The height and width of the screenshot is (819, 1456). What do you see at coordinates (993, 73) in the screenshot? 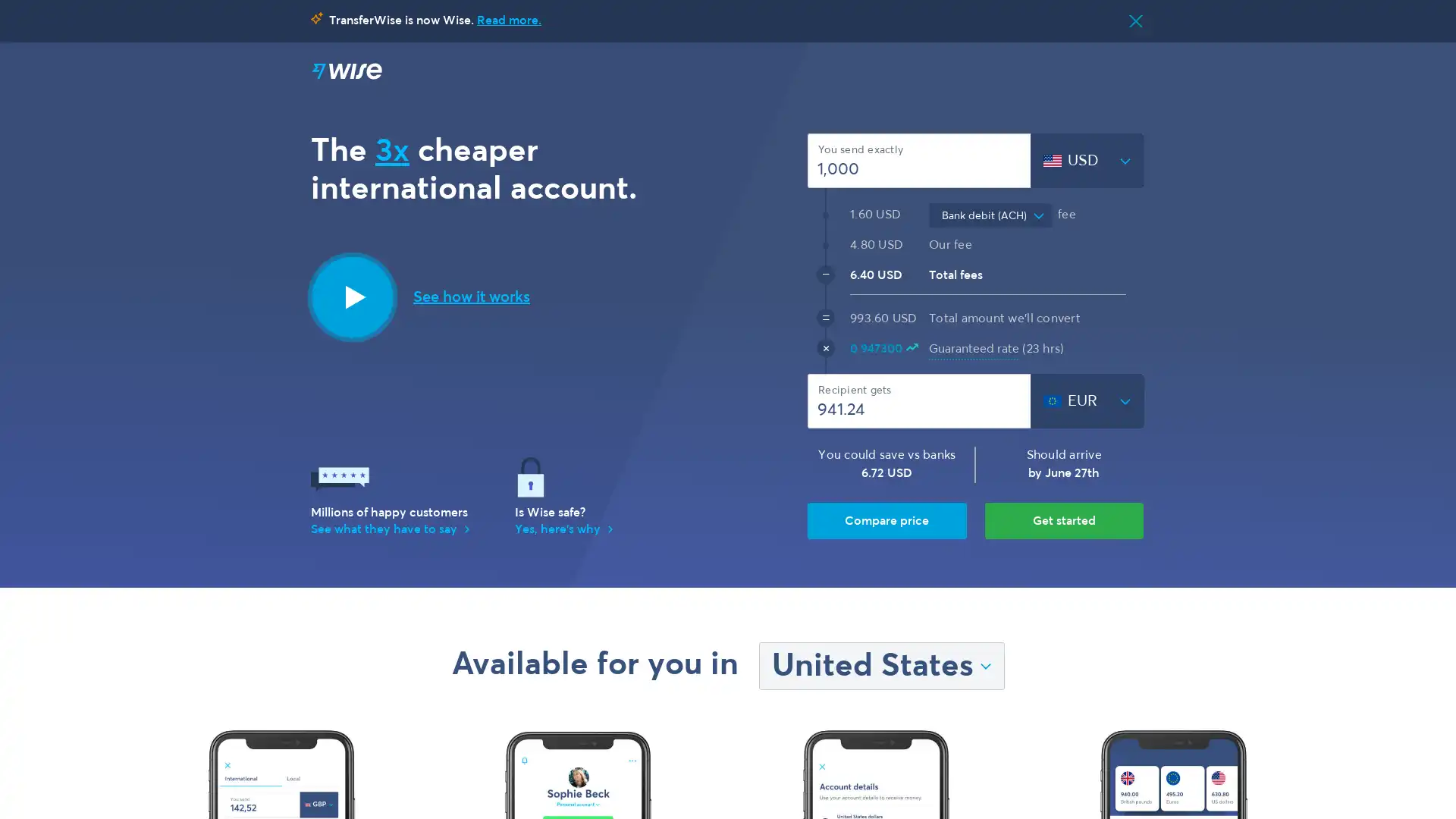
I see `EN` at bounding box center [993, 73].